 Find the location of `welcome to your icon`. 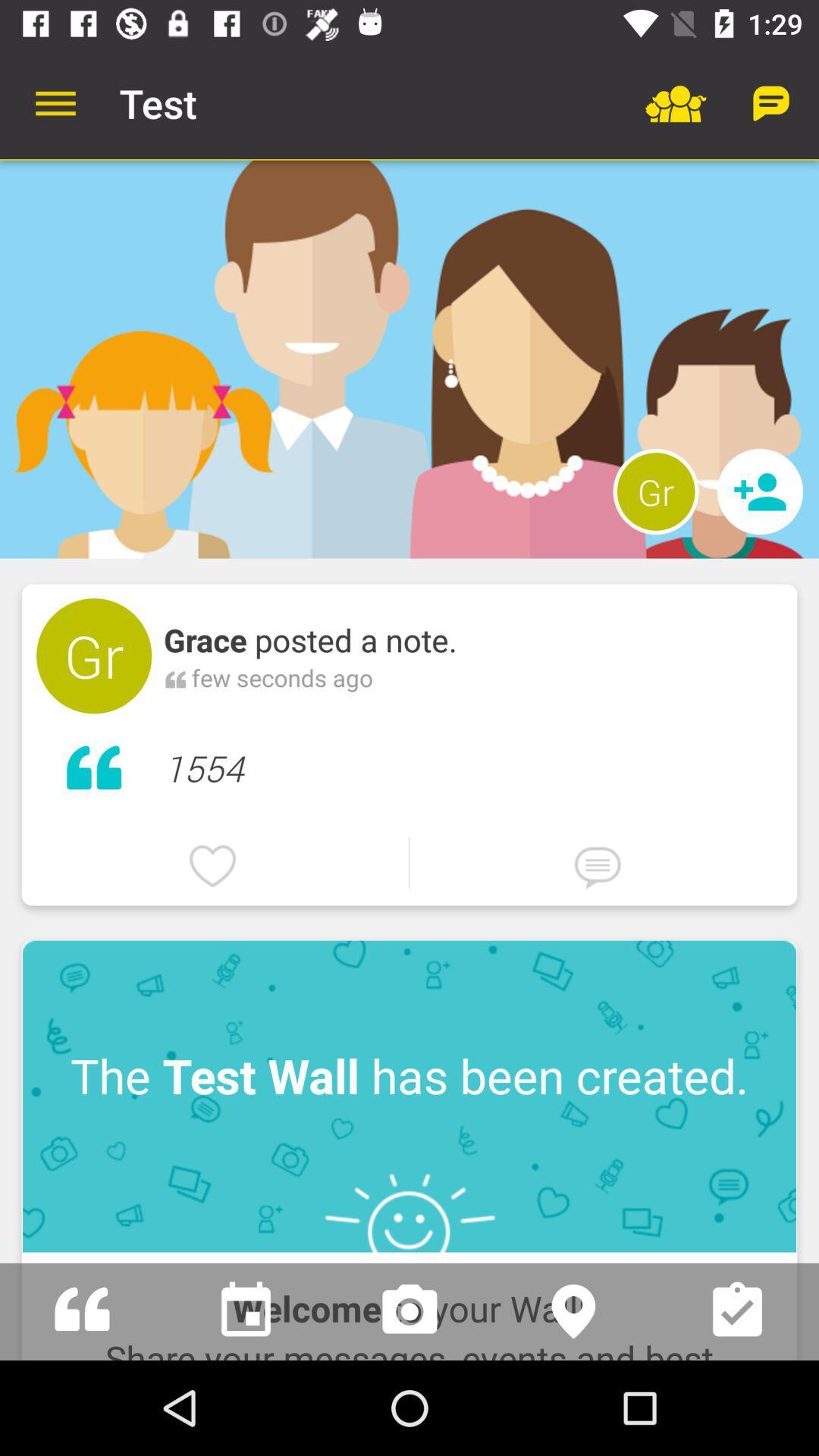

welcome to your icon is located at coordinates (409, 1305).